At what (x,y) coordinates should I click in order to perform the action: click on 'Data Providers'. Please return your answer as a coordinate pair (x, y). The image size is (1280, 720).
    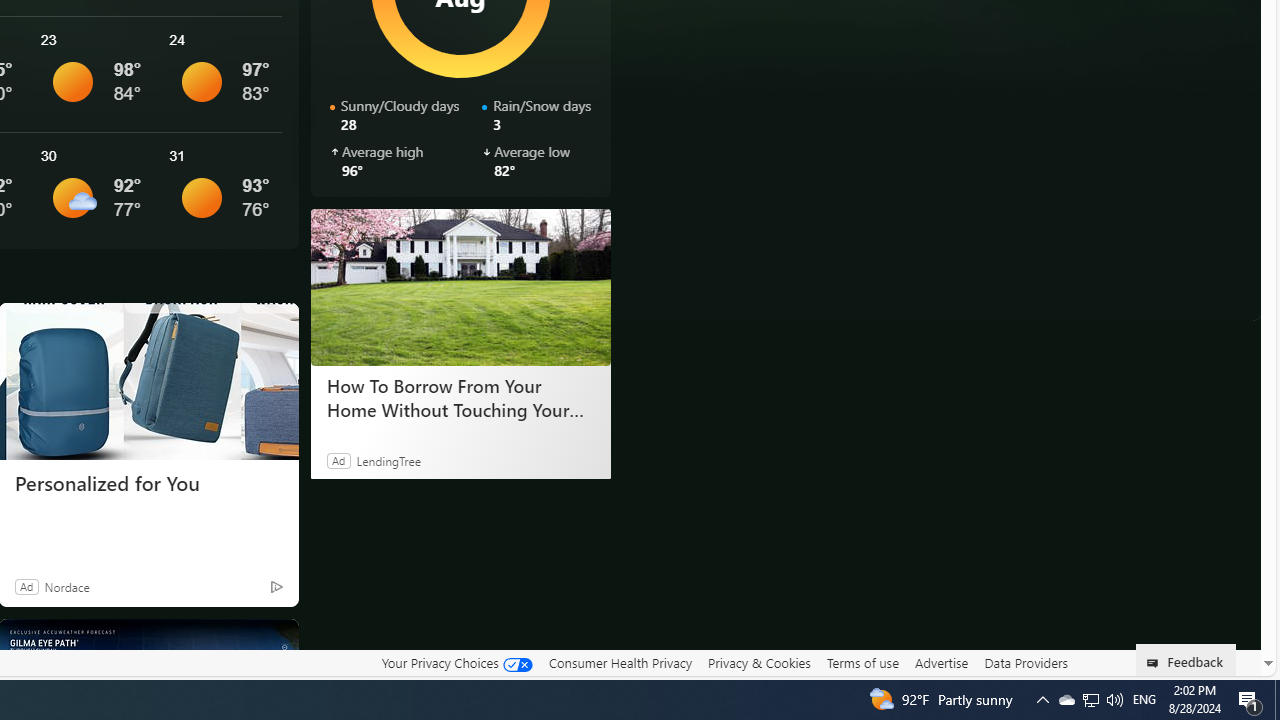
    Looking at the image, I should click on (1025, 662).